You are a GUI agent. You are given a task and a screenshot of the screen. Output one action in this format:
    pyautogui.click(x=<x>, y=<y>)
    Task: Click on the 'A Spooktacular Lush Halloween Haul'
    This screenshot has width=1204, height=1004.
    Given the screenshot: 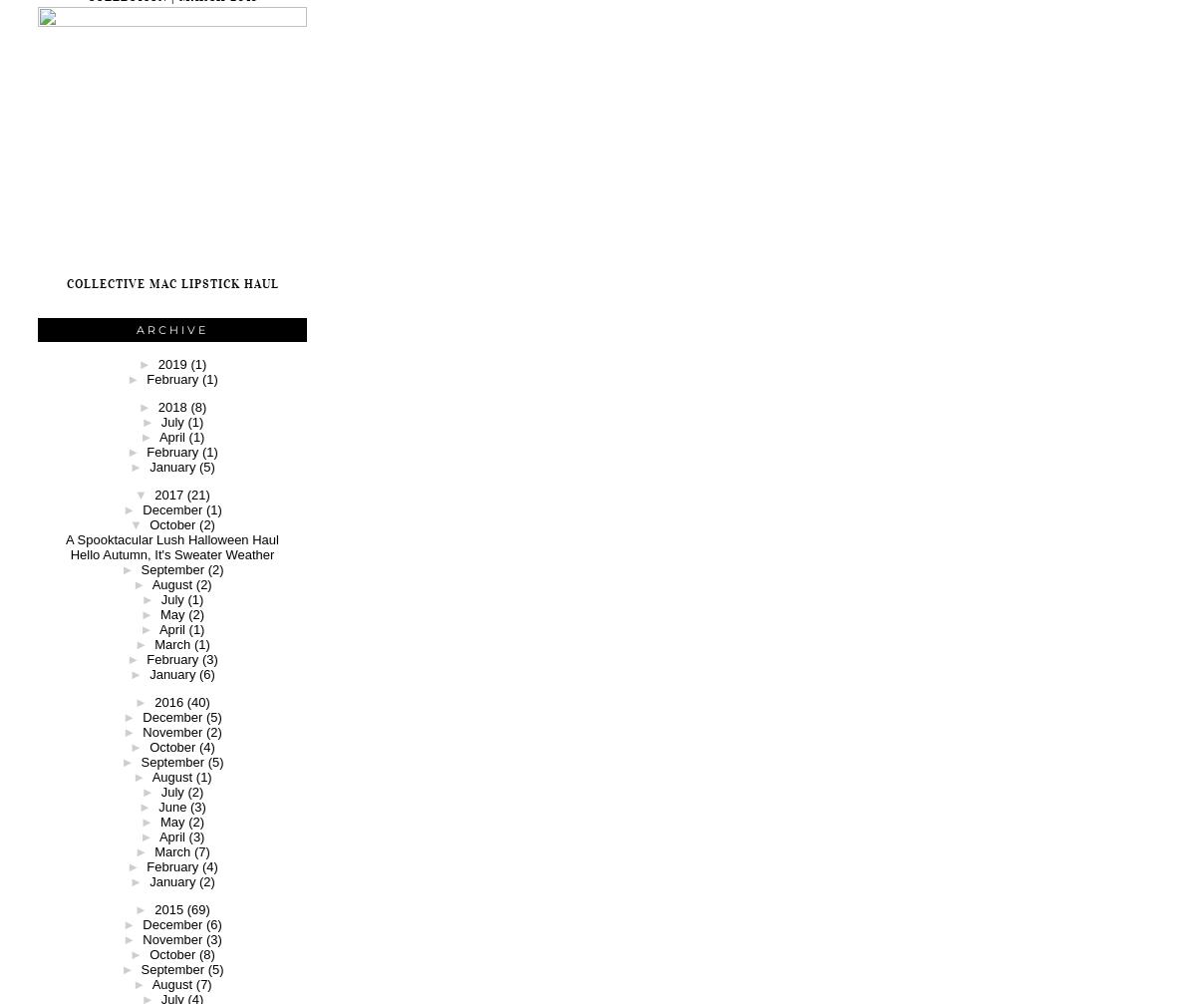 What is the action you would take?
    pyautogui.click(x=171, y=538)
    